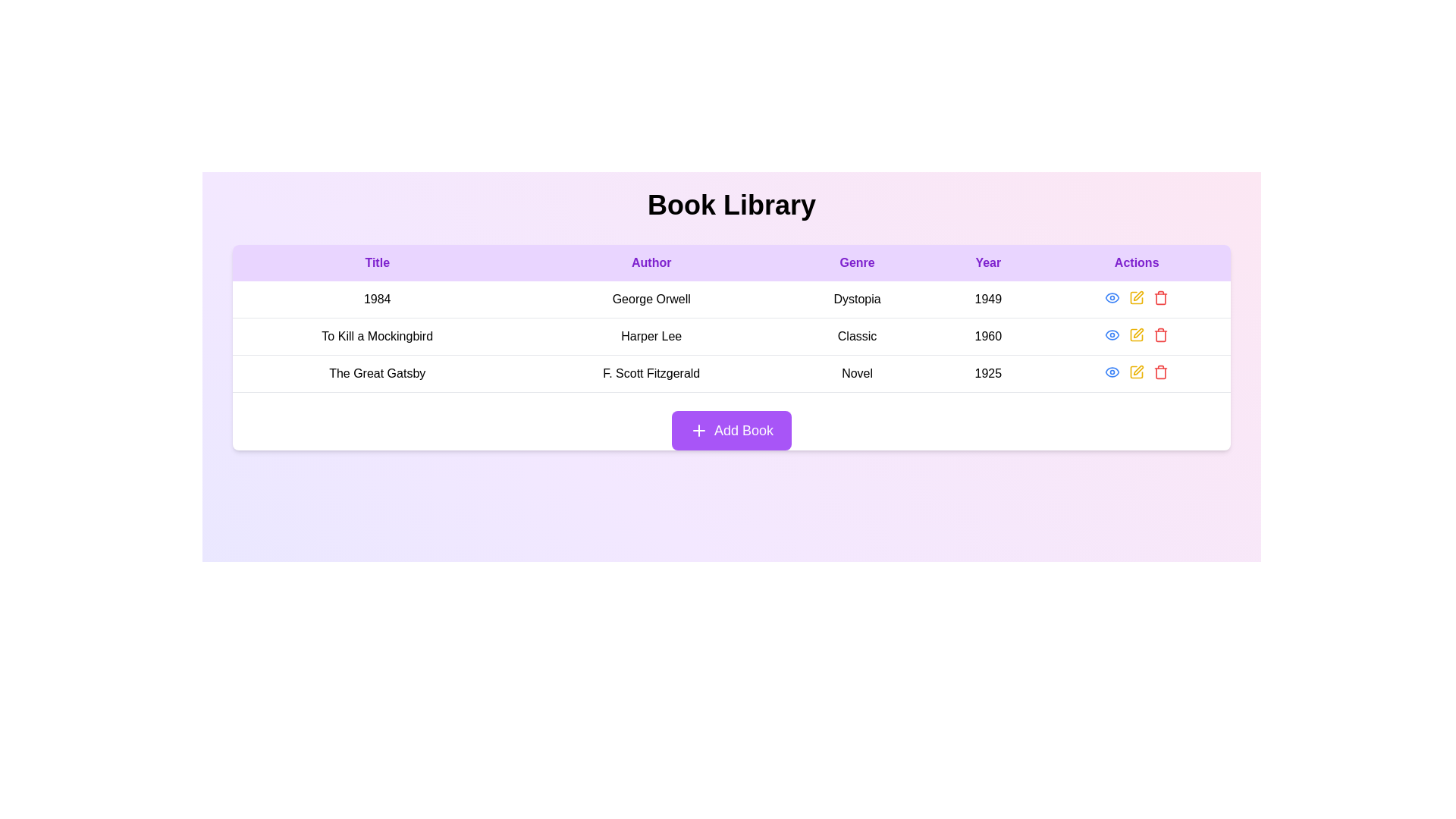 This screenshot has width=1456, height=819. I want to click on the Text label indicating the genre of the book in the third row of the table, located between 'F. Scott Fitzgerald' and '1925', so click(857, 374).